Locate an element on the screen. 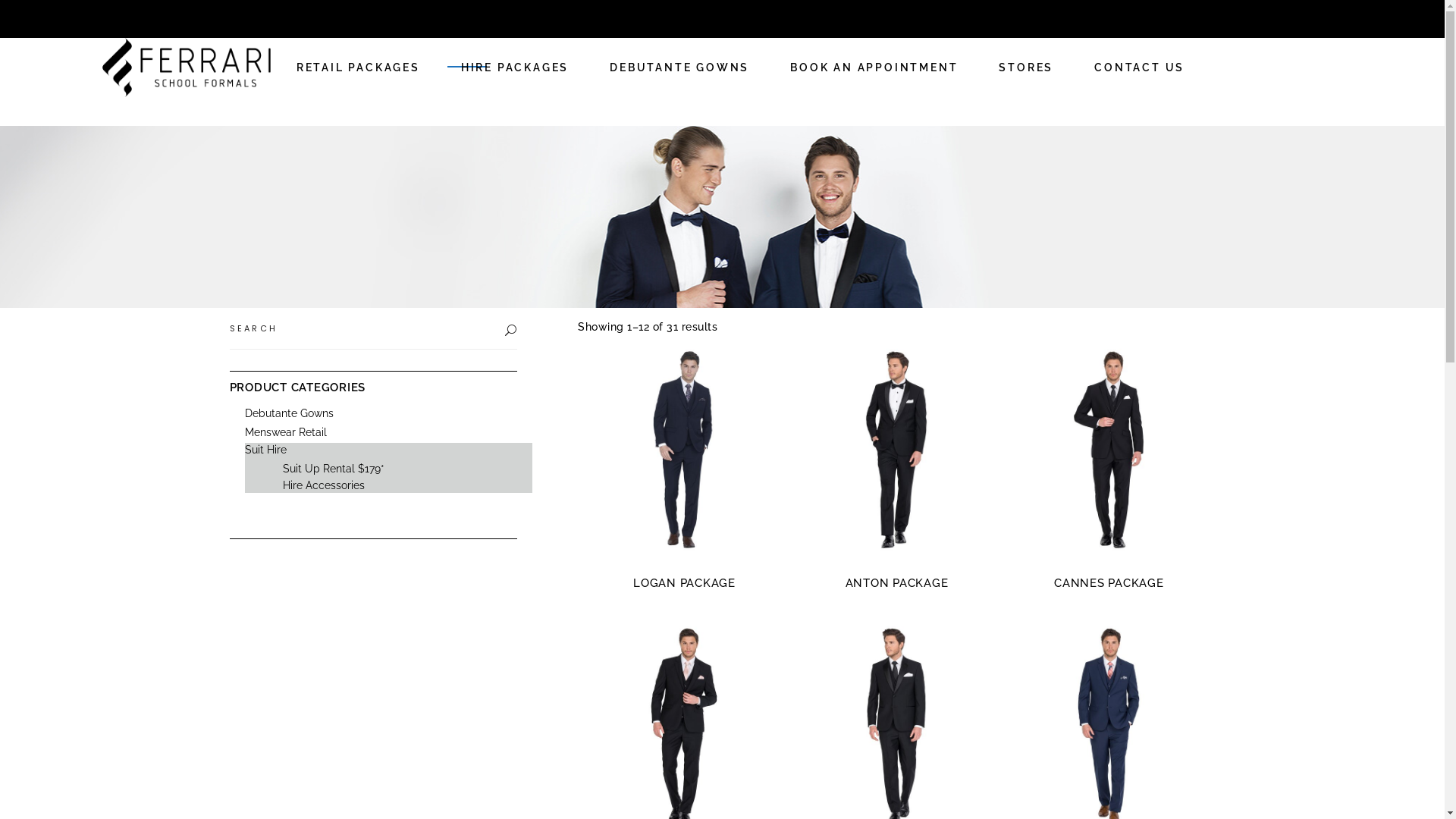 This screenshot has height=819, width=1456. 'Search for:' is located at coordinates (362, 327).